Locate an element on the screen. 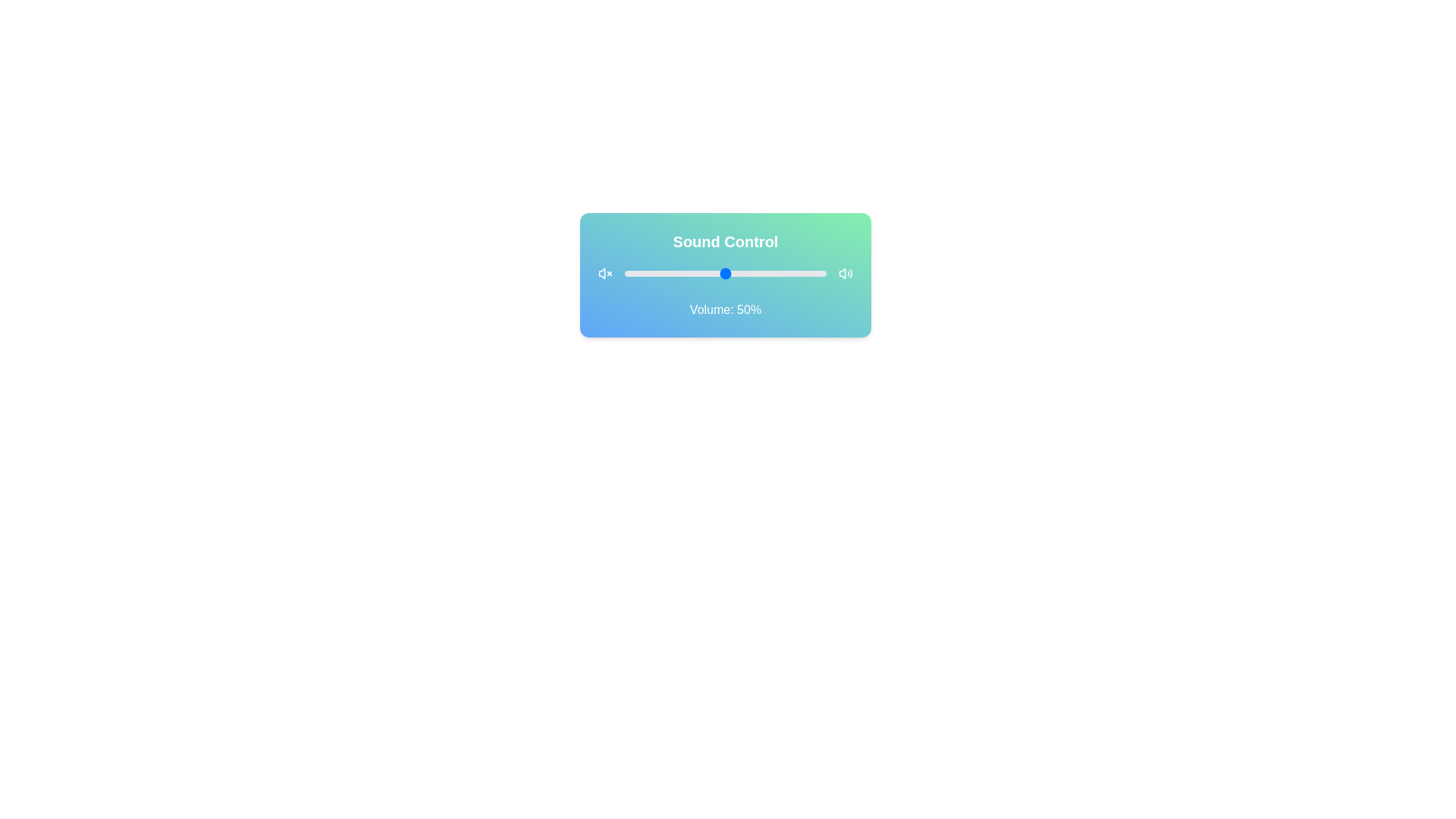 The height and width of the screenshot is (819, 1456). the volume is located at coordinates (807, 274).